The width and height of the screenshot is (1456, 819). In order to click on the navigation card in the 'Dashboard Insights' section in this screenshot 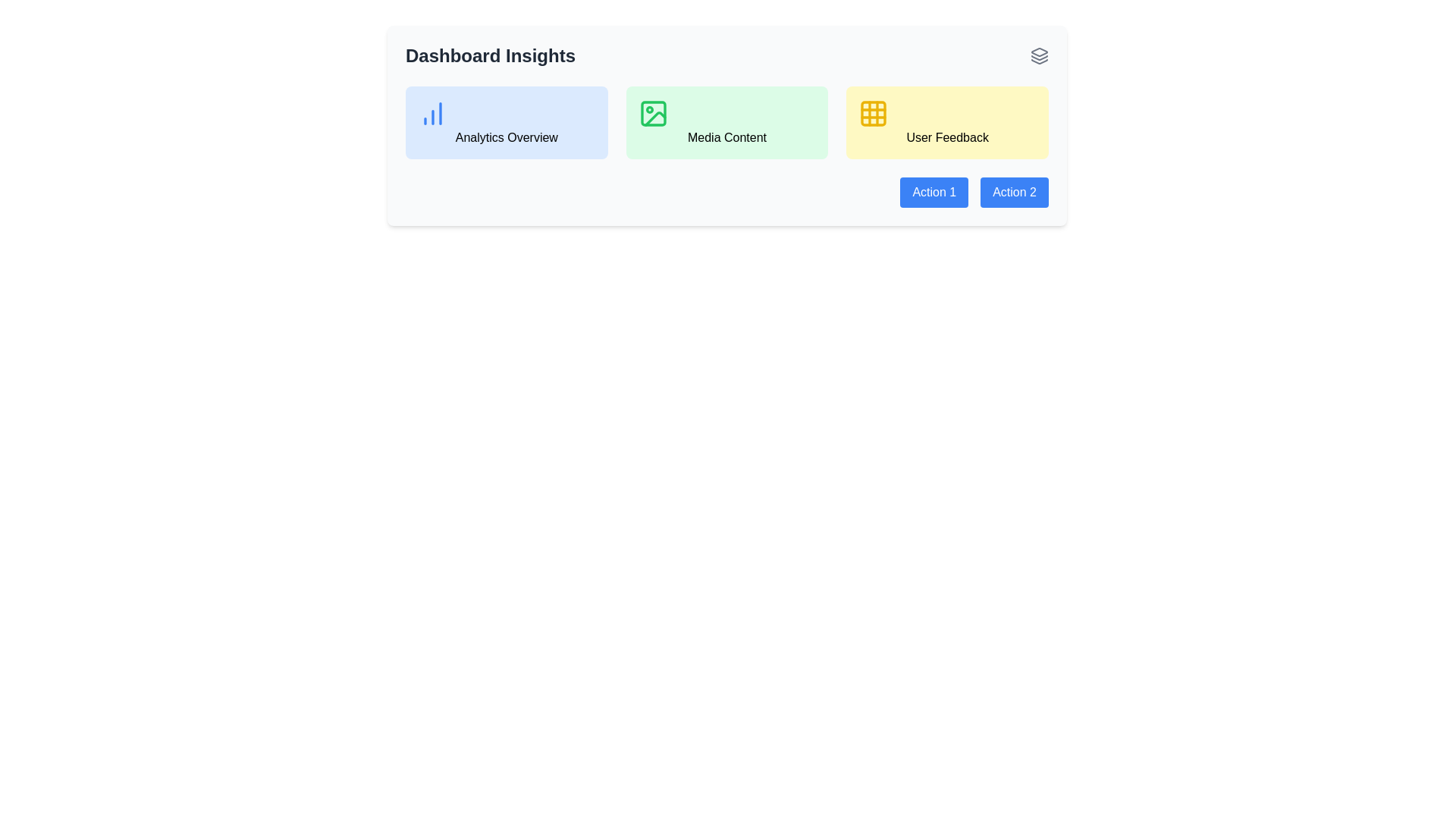, I will do `click(726, 124)`.